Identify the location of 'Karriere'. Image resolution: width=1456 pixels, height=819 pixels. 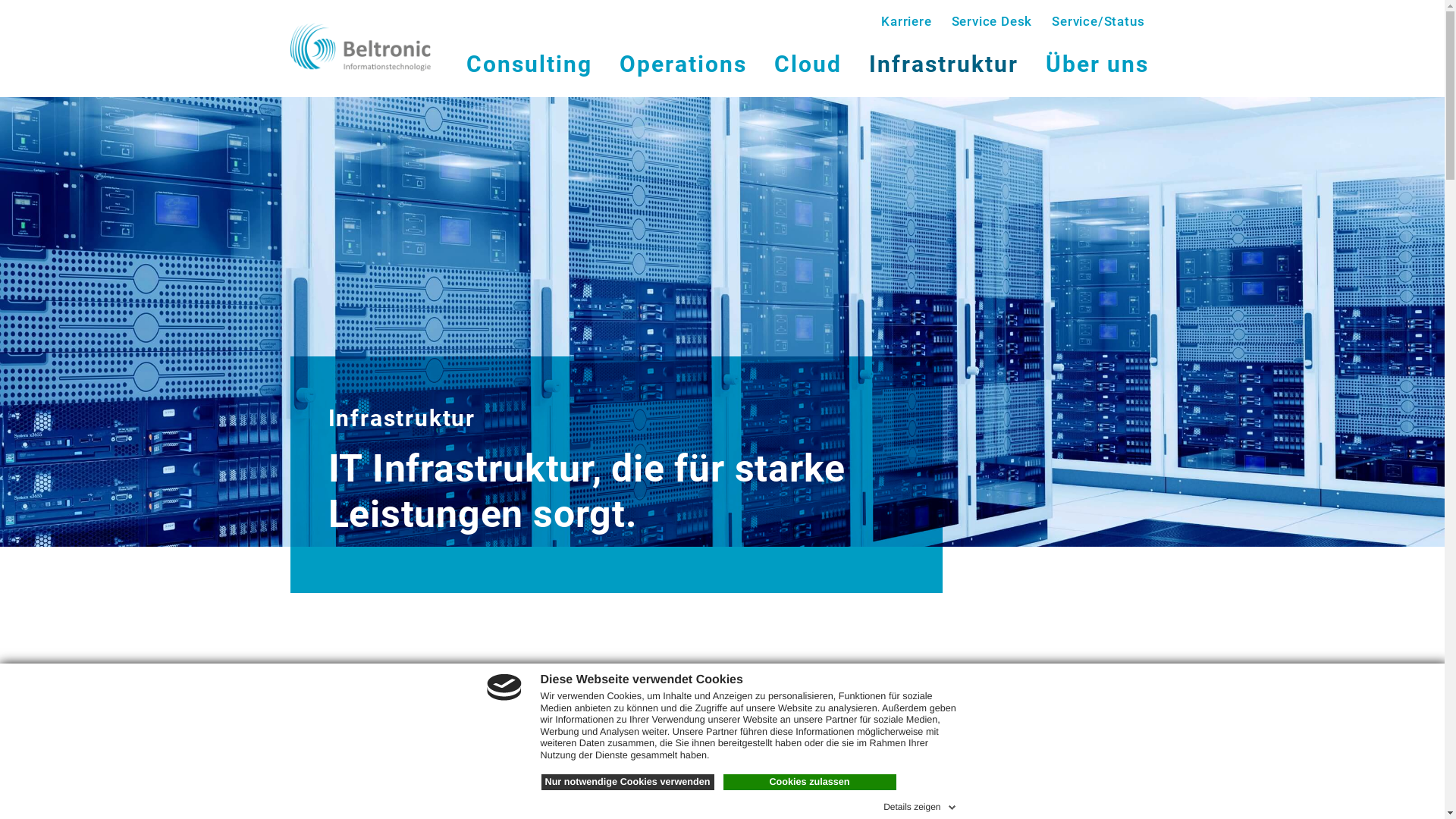
(906, 27).